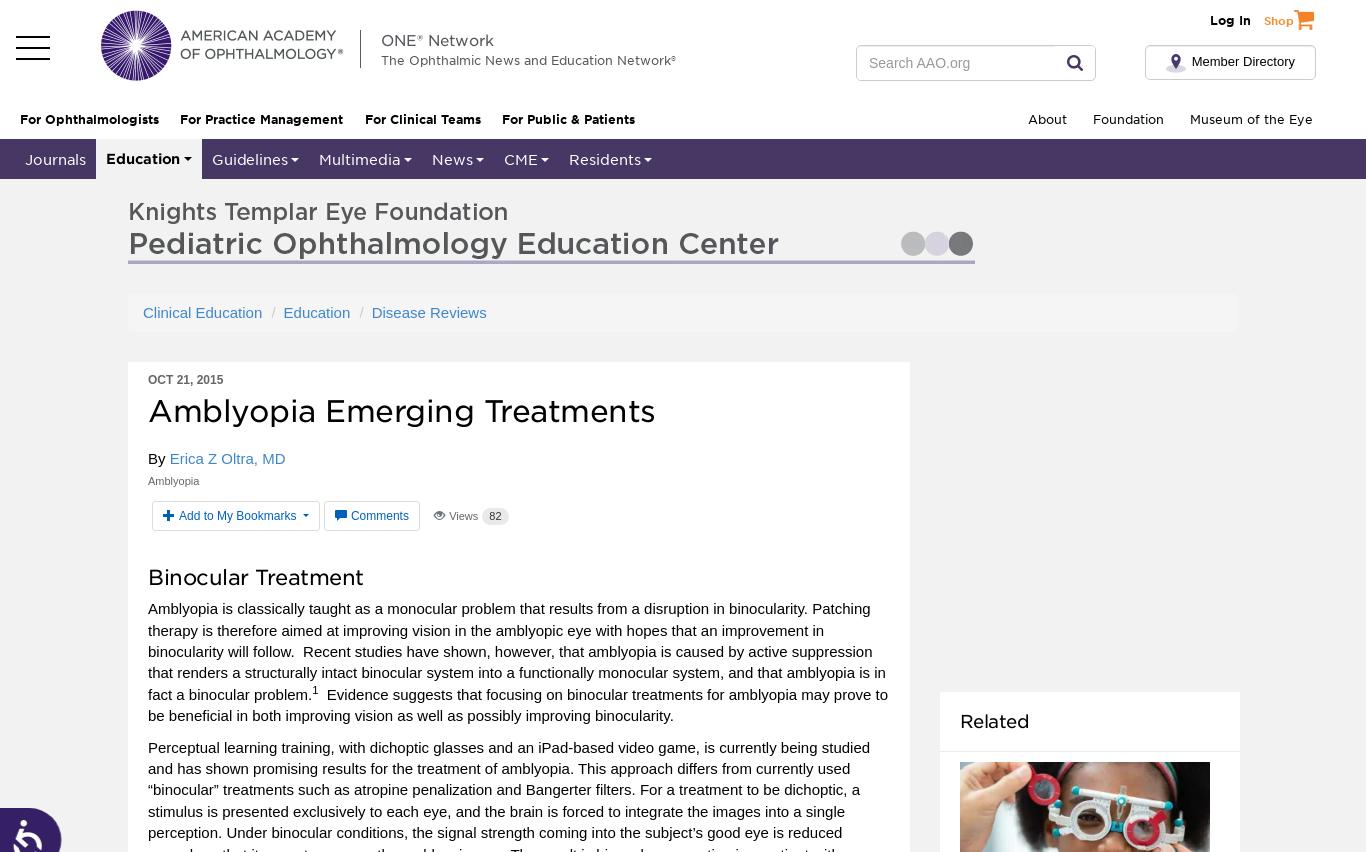 Image resolution: width=1366 pixels, height=852 pixels. What do you see at coordinates (146, 650) in the screenshot?
I see `'Amblyopia is classically taught as a monocular problem that results from a disruption in binocularity. Patching therapy is therefore aimed at improving vision in the amblyopic eye with hopes that an improvement in binocularity will follow.  Recent studies have shown, however, that amblyopia is caused by active suppression that renders a structurally intact binocular system into a functionally monocular system, and that amblyopia is in fact a binocular problem.'` at bounding box center [146, 650].